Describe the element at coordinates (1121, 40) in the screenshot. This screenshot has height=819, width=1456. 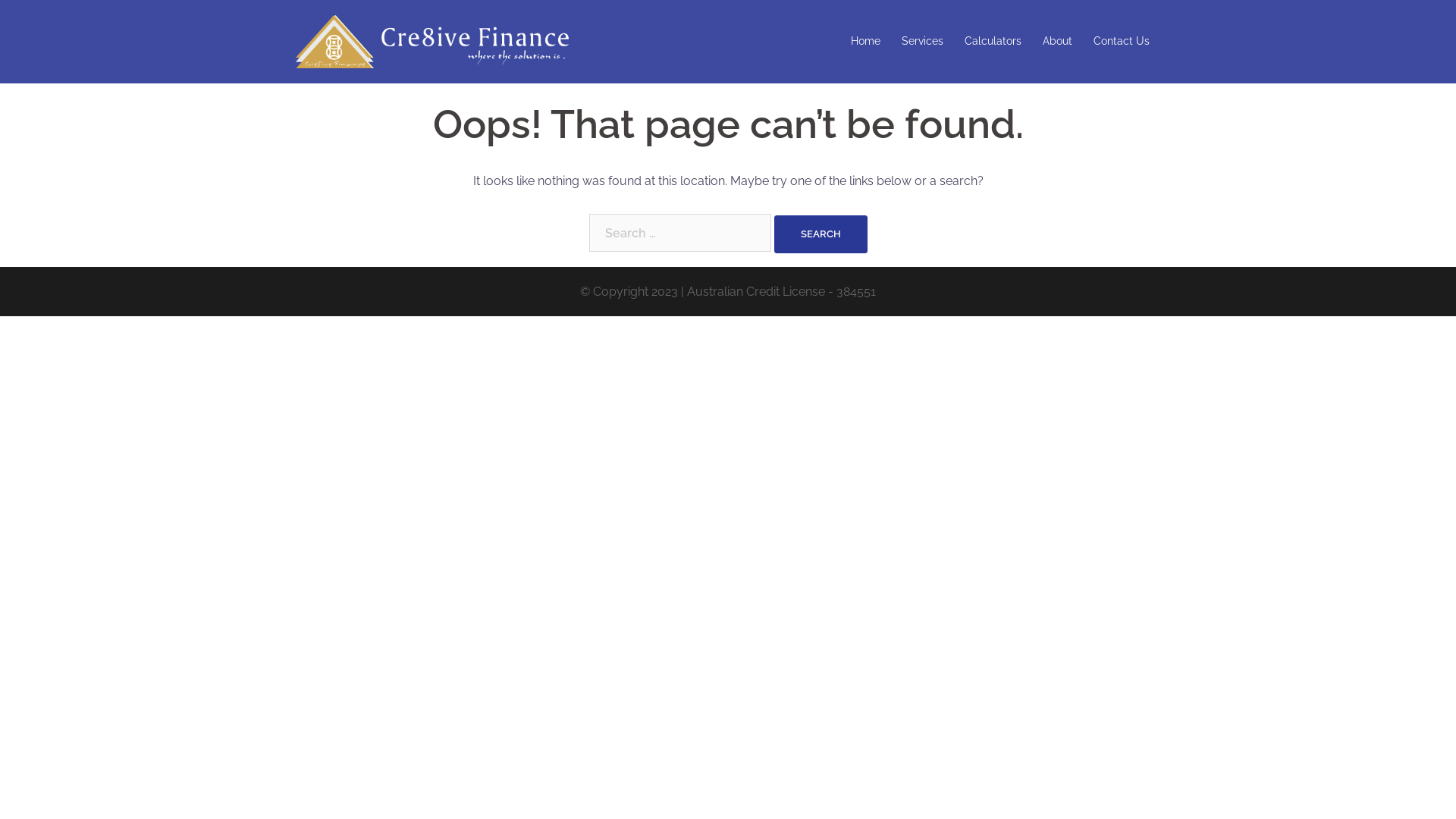
I see `'Contact Us'` at that location.